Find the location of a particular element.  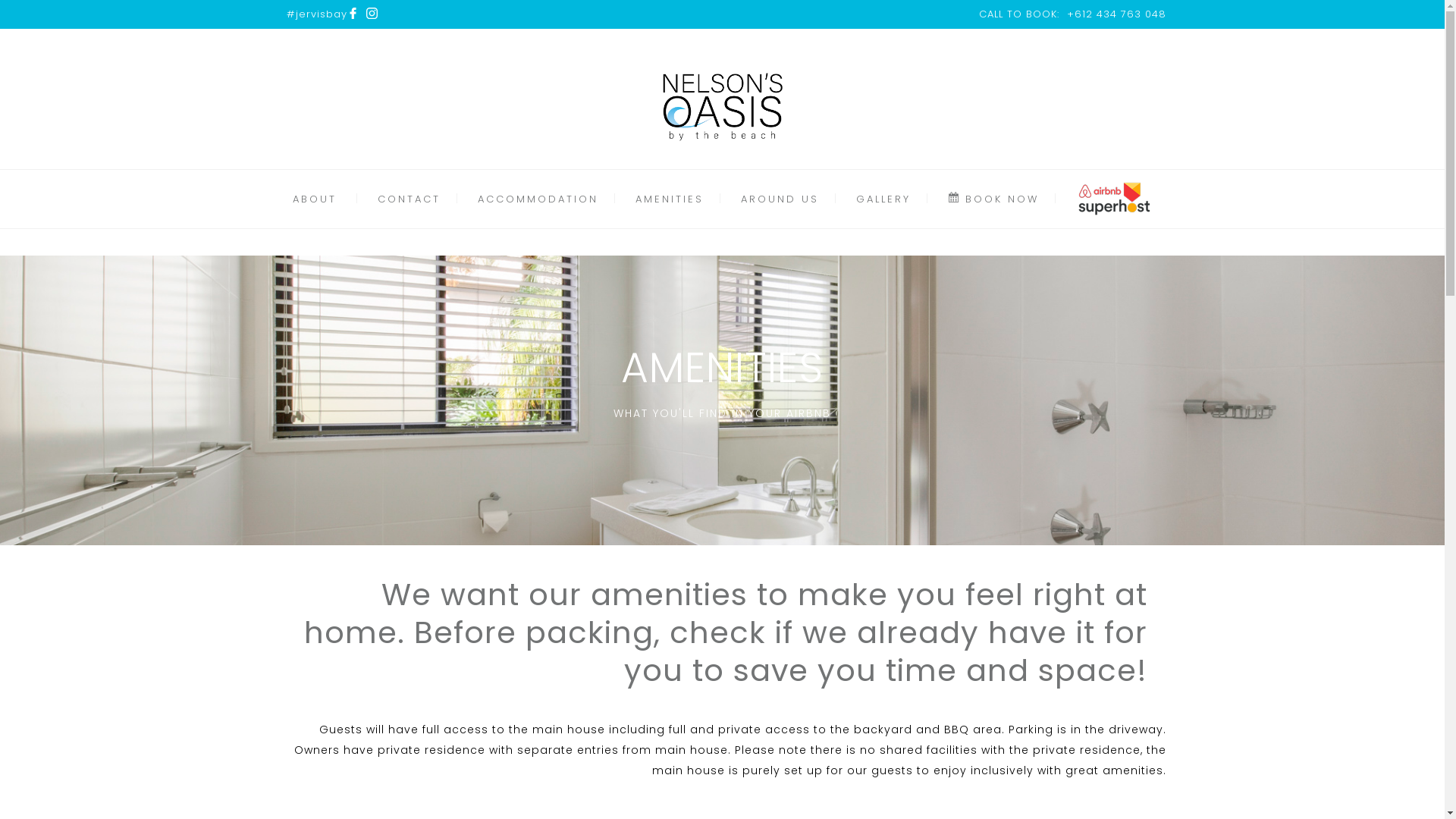

'AROUND US' is located at coordinates (780, 198).